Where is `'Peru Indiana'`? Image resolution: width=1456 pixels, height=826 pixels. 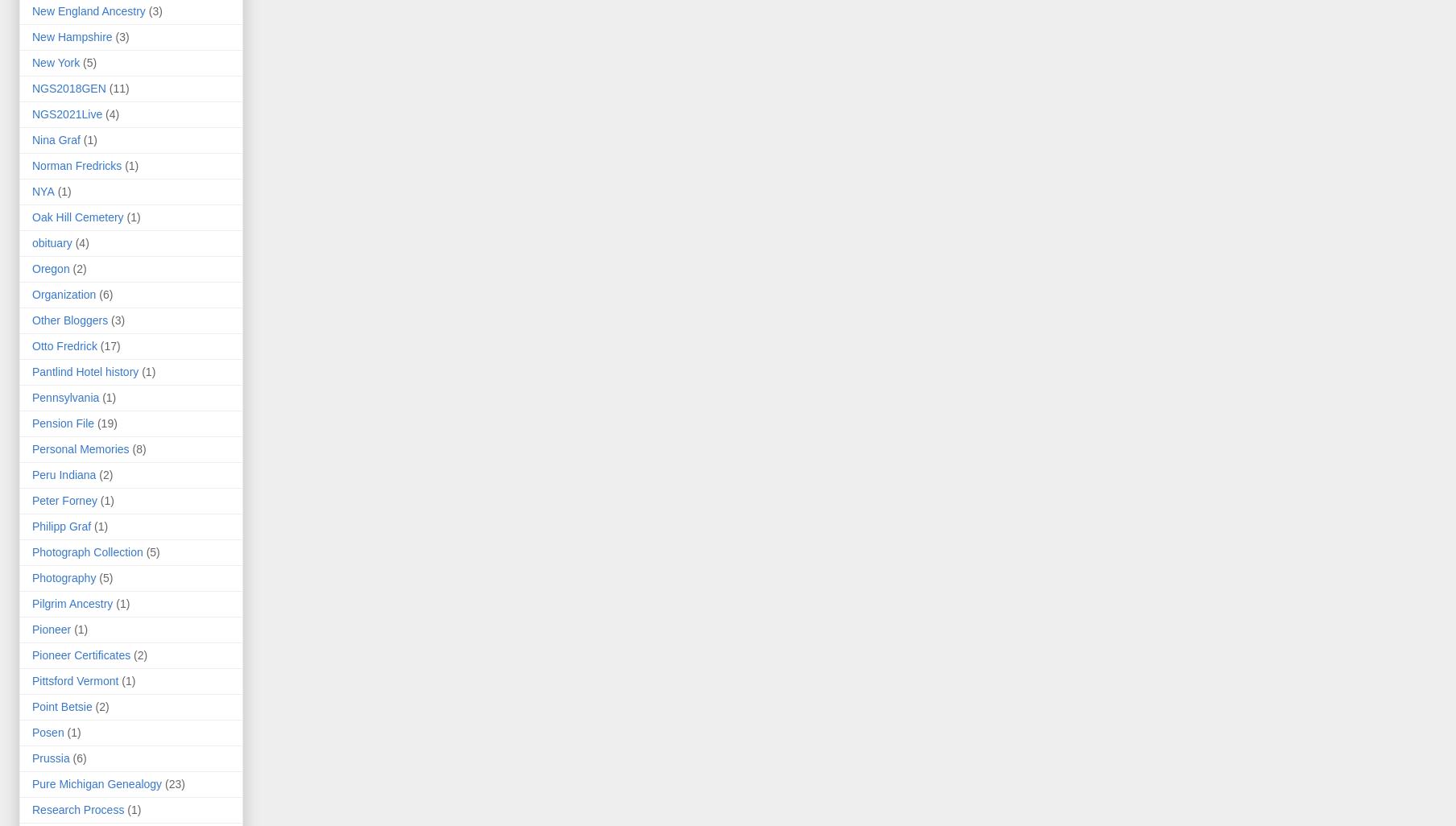
'Peru Indiana' is located at coordinates (63, 473).